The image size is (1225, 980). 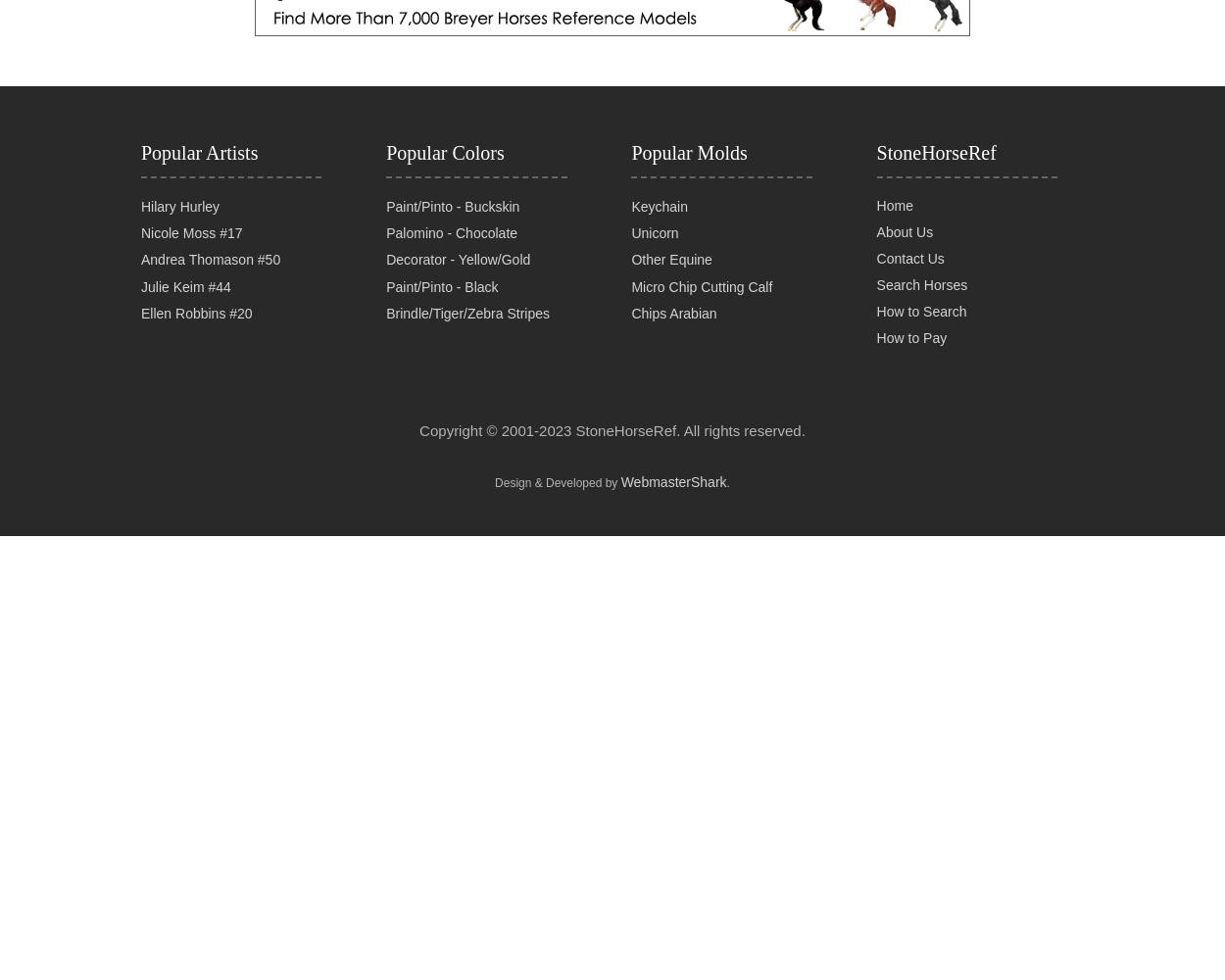 What do you see at coordinates (904, 231) in the screenshot?
I see `'About Us'` at bounding box center [904, 231].